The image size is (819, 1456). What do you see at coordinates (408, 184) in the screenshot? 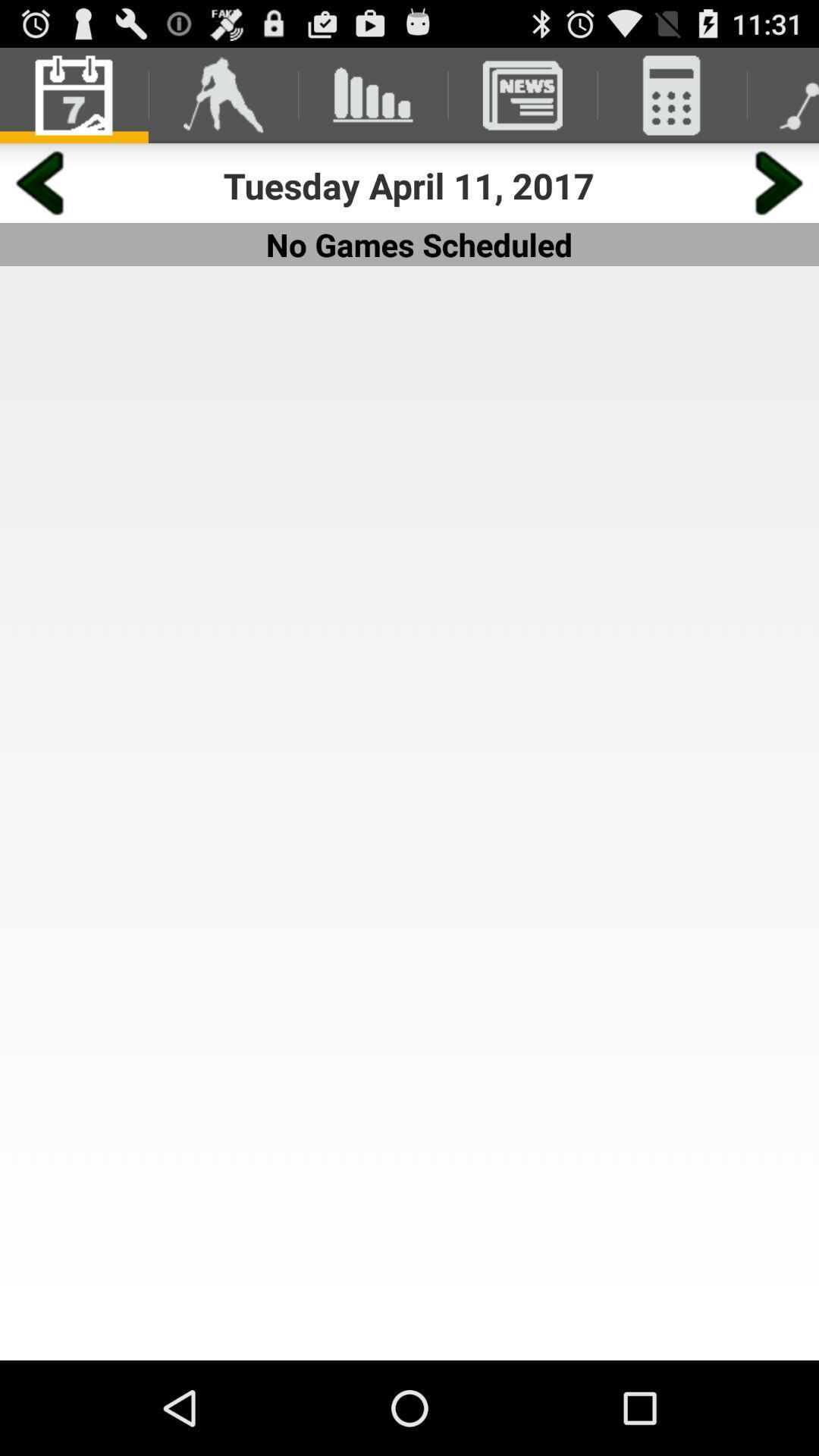
I see `the app above no games scheduled` at bounding box center [408, 184].